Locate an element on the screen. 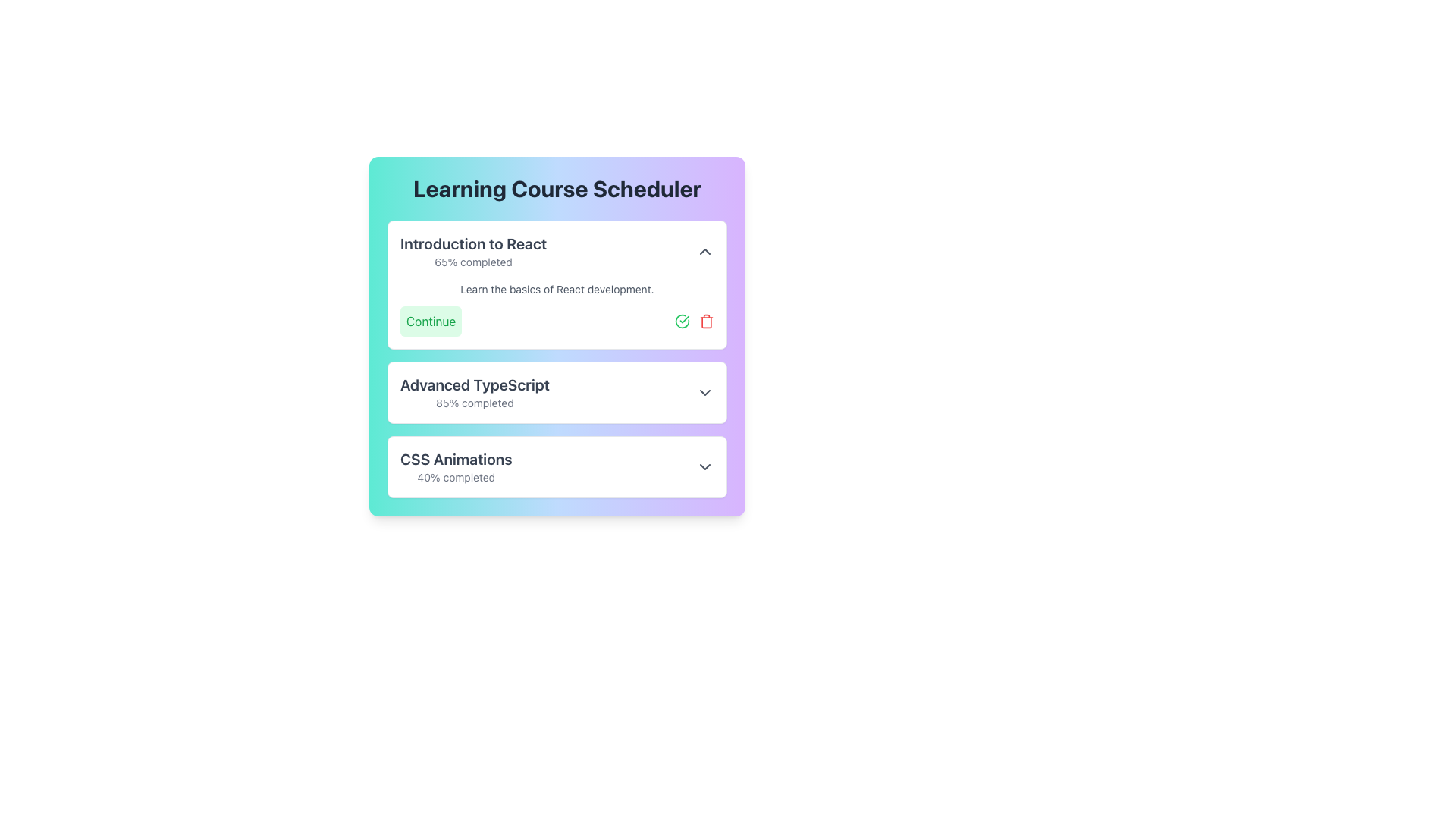 The width and height of the screenshot is (1456, 819). the toggle icon button located in the bottom-right corner of the 'CSS Animations' block is located at coordinates (704, 466).